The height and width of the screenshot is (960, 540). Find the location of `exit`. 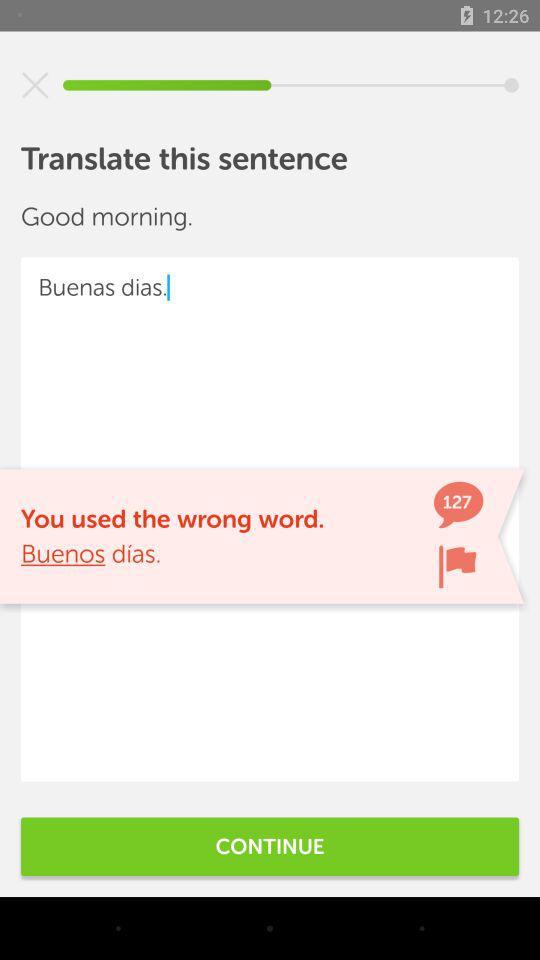

exit is located at coordinates (35, 85).